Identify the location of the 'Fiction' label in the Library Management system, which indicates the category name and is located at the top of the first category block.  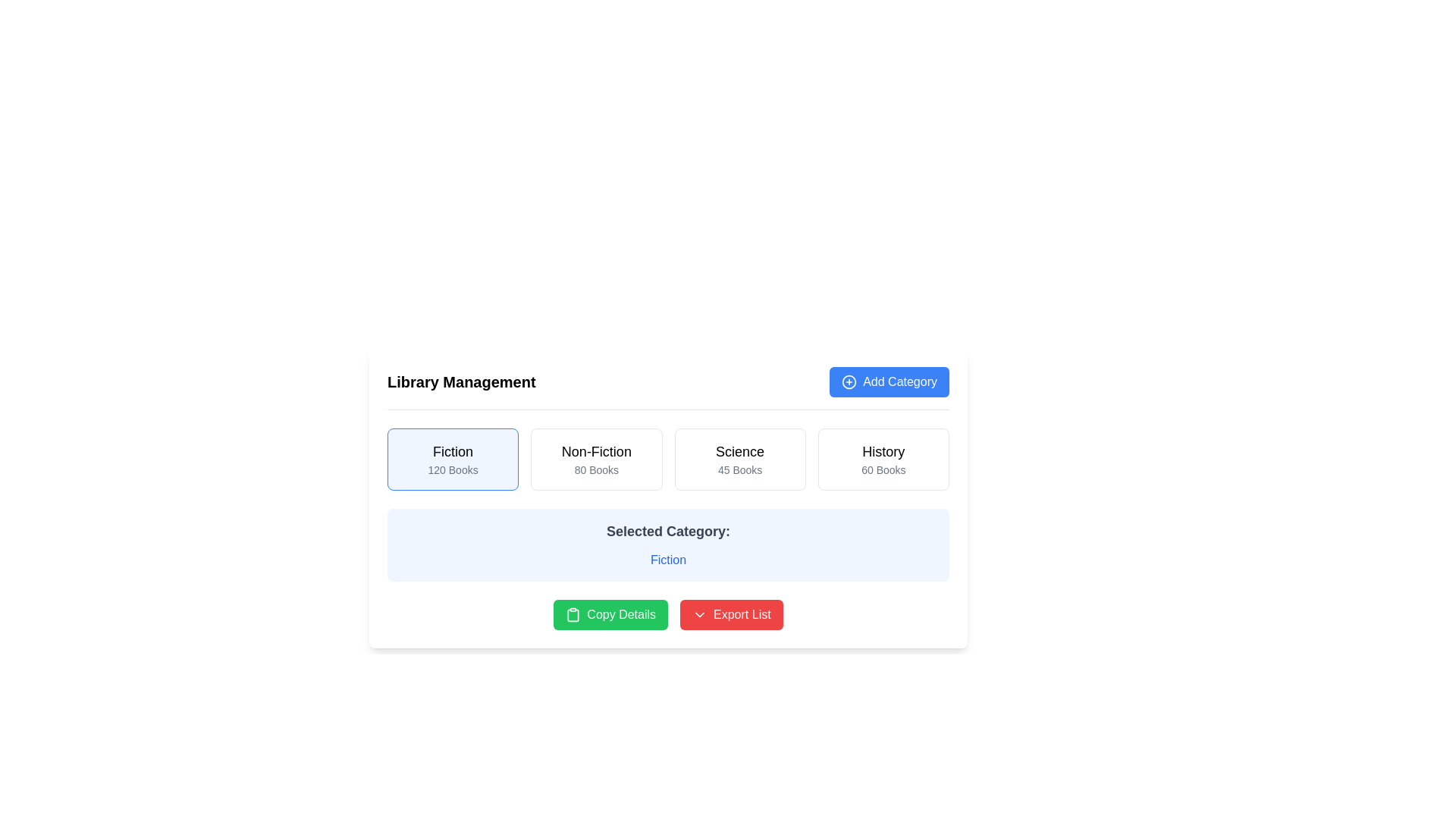
(452, 451).